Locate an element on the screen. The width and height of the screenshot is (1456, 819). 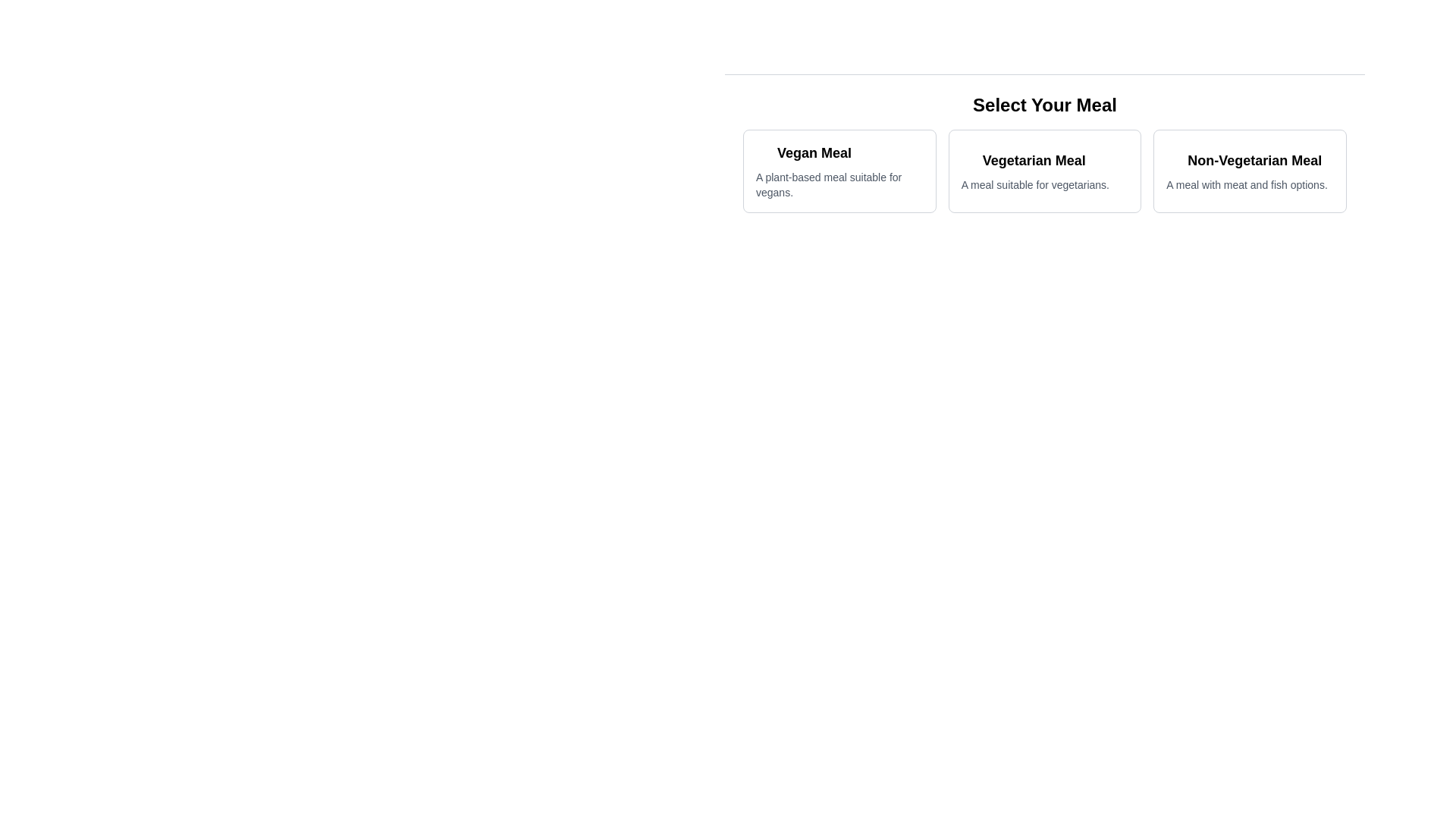
the middle selectable button labeled 'Vegetarian Meal' is located at coordinates (1043, 152).